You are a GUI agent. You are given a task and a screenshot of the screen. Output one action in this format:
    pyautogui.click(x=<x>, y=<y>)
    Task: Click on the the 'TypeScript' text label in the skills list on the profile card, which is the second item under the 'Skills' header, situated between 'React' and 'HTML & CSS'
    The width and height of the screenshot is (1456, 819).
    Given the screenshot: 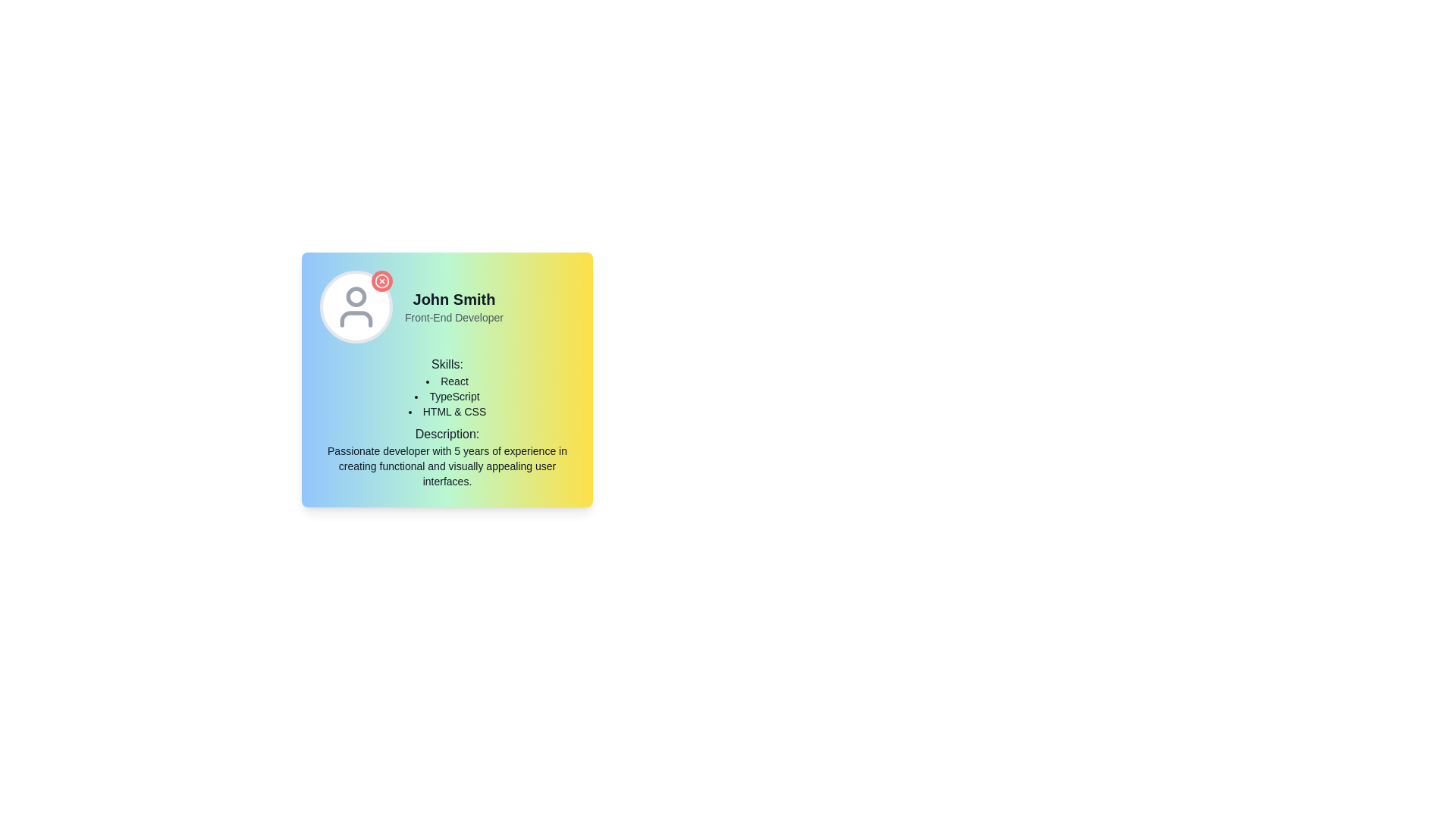 What is the action you would take?
    pyautogui.click(x=447, y=396)
    